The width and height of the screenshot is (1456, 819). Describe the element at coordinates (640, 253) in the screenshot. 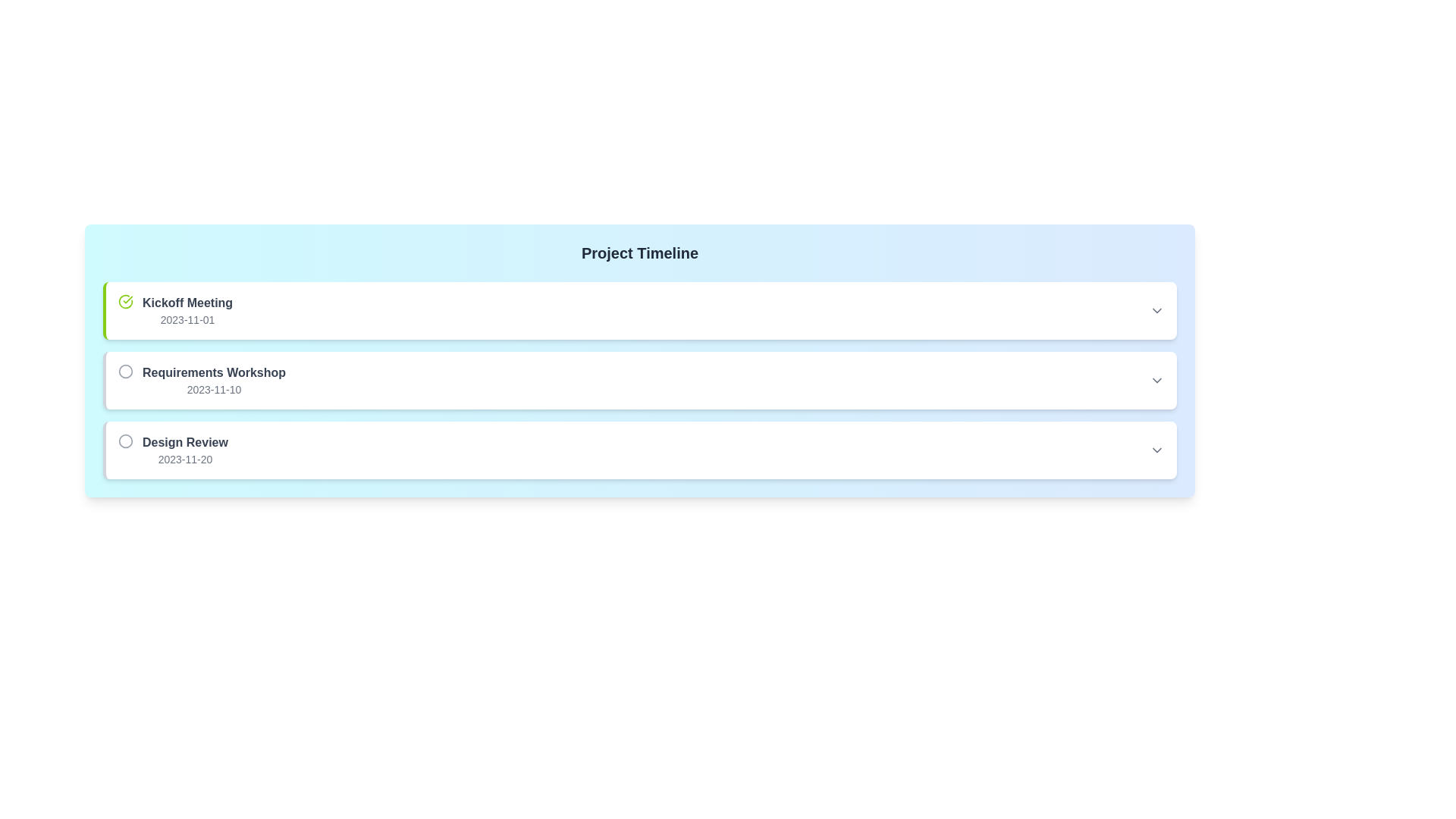

I see `the 'Project Timeline' text header` at that location.